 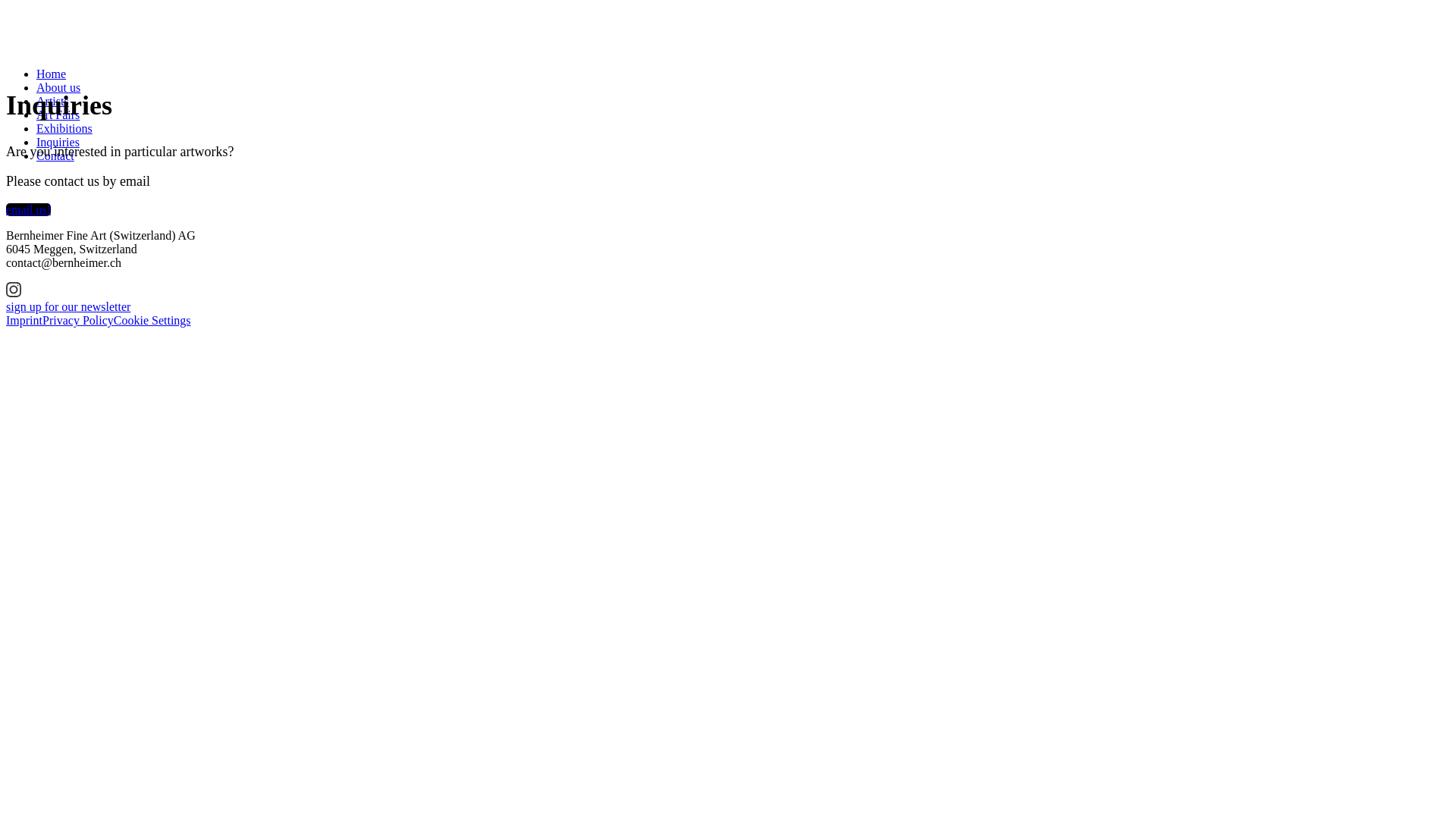 What do you see at coordinates (24, 319) in the screenshot?
I see `'Imprint'` at bounding box center [24, 319].